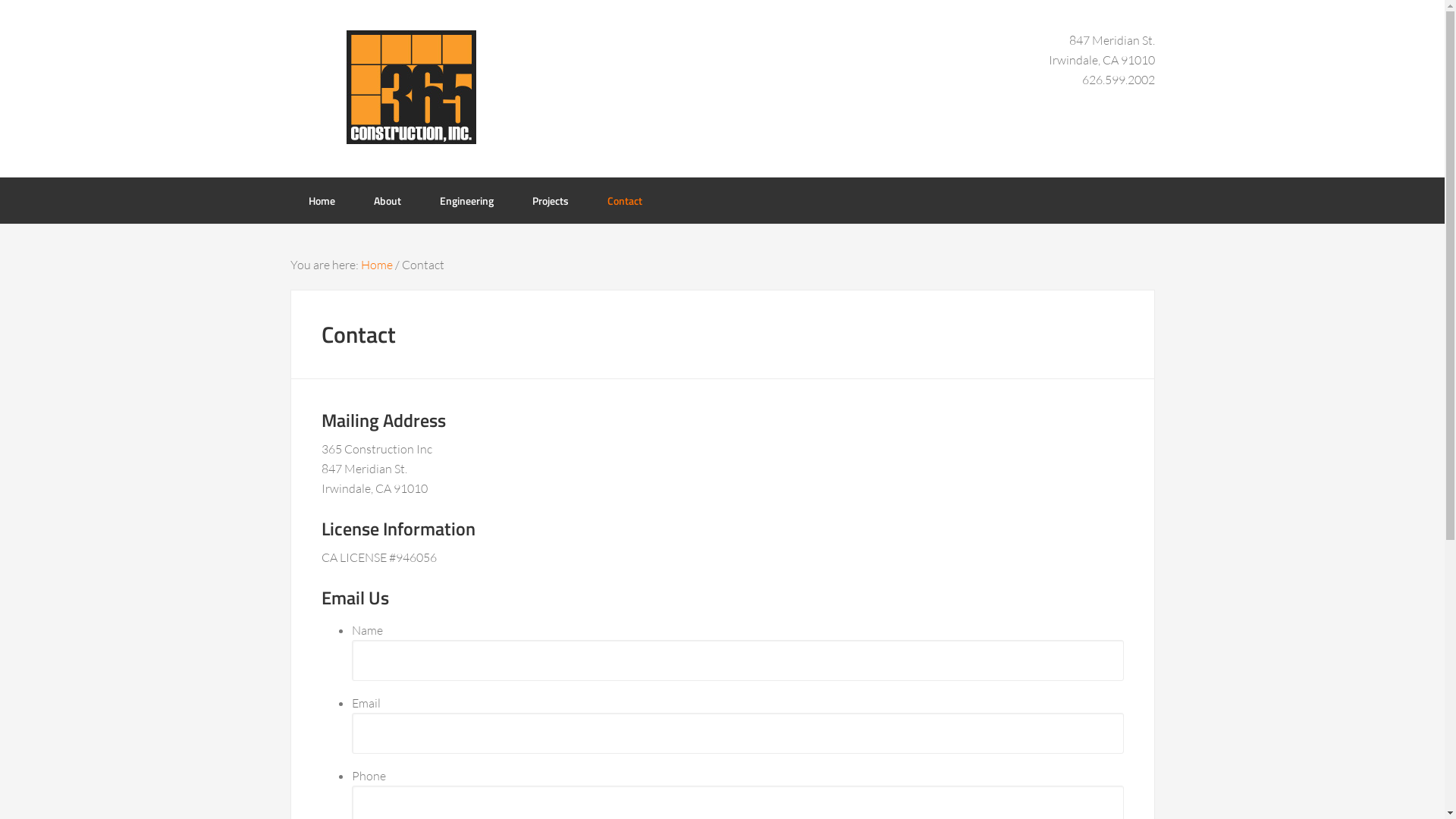  I want to click on 'Contact', so click(588, 199).